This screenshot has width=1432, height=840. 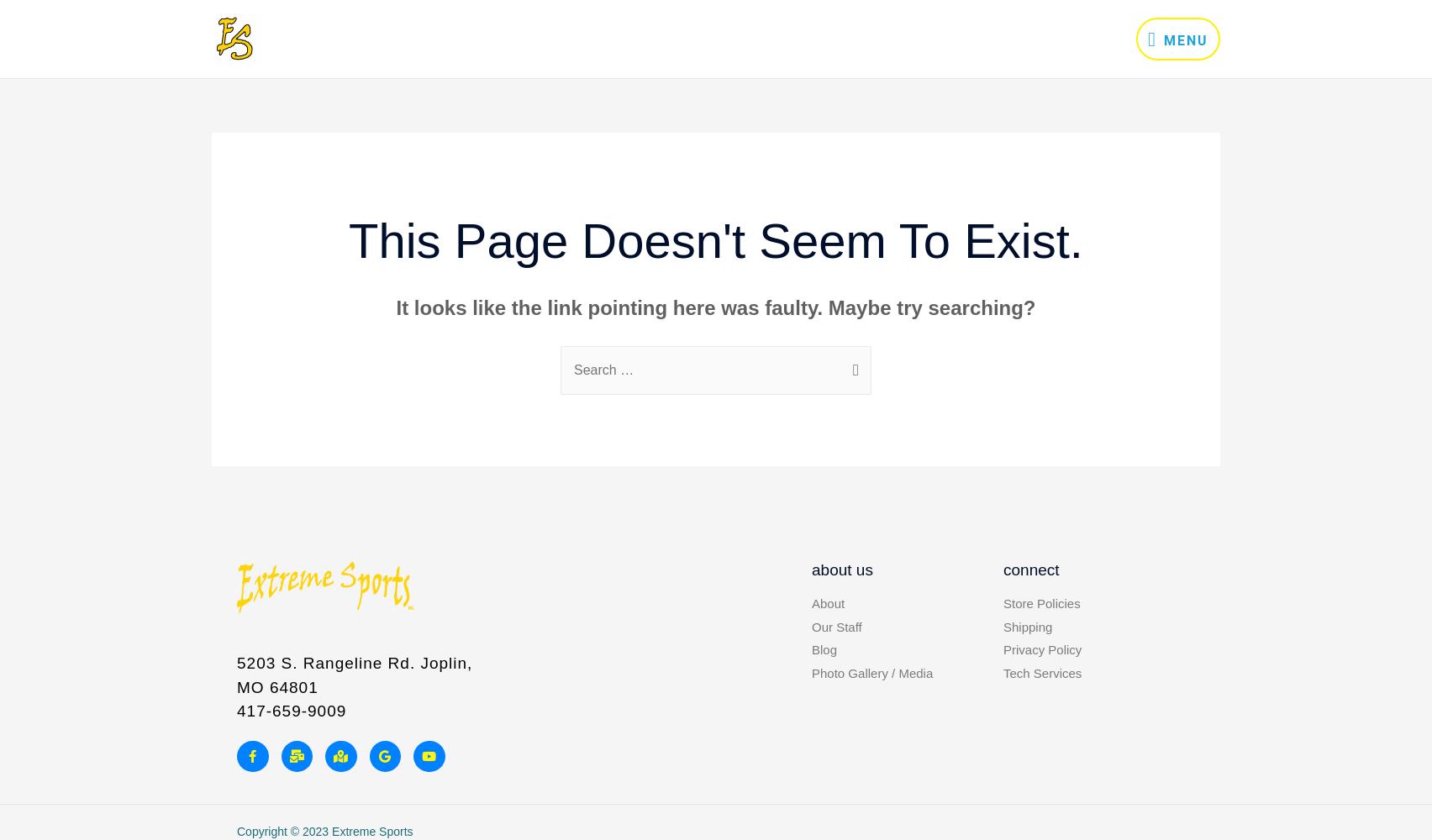 What do you see at coordinates (354, 675) in the screenshot?
I see `'5203 S. Rangeline Rd.
Joplin, MO 64801'` at bounding box center [354, 675].